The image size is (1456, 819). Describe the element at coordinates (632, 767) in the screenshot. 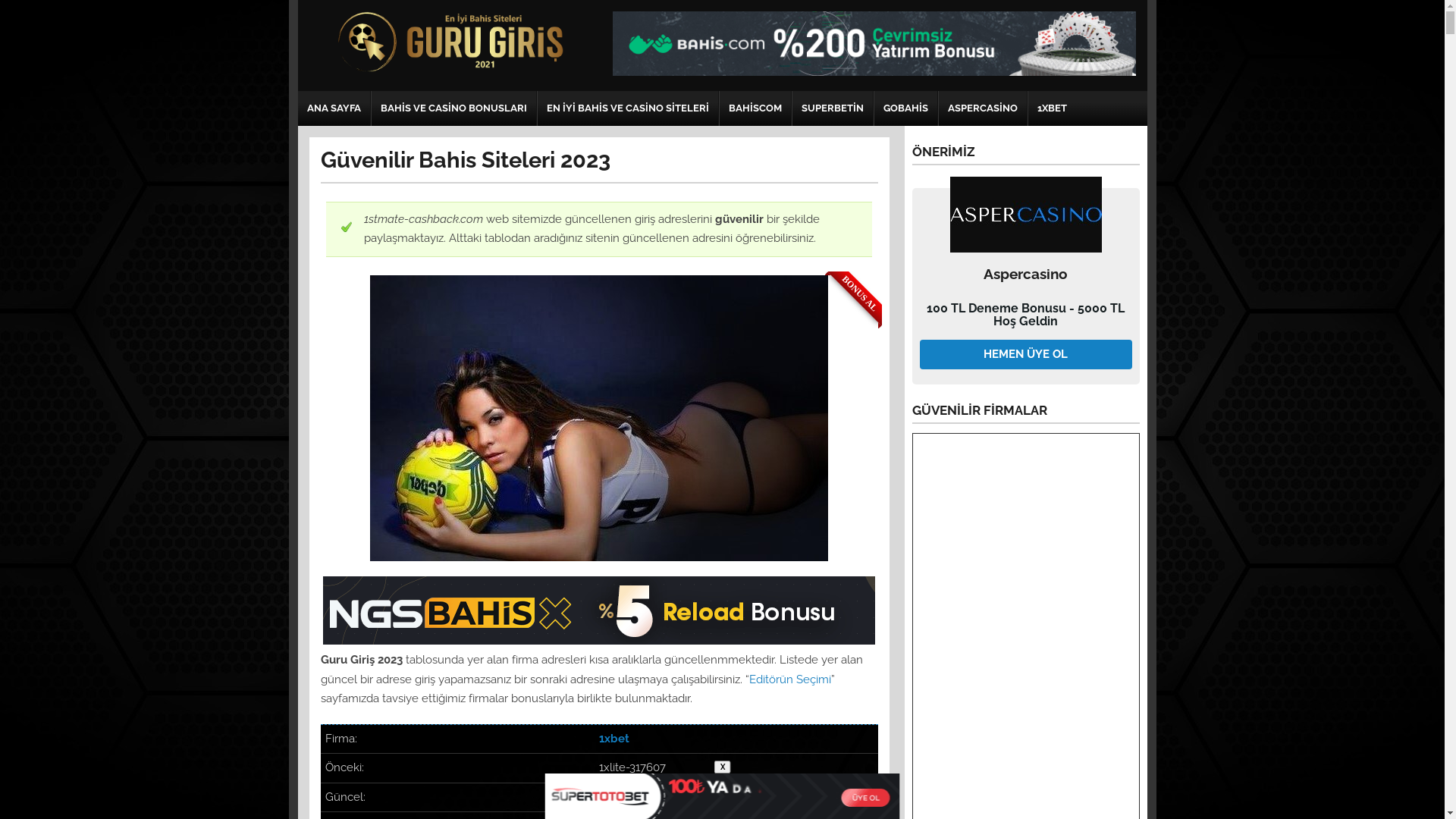

I see `'1xlite-317607'` at that location.